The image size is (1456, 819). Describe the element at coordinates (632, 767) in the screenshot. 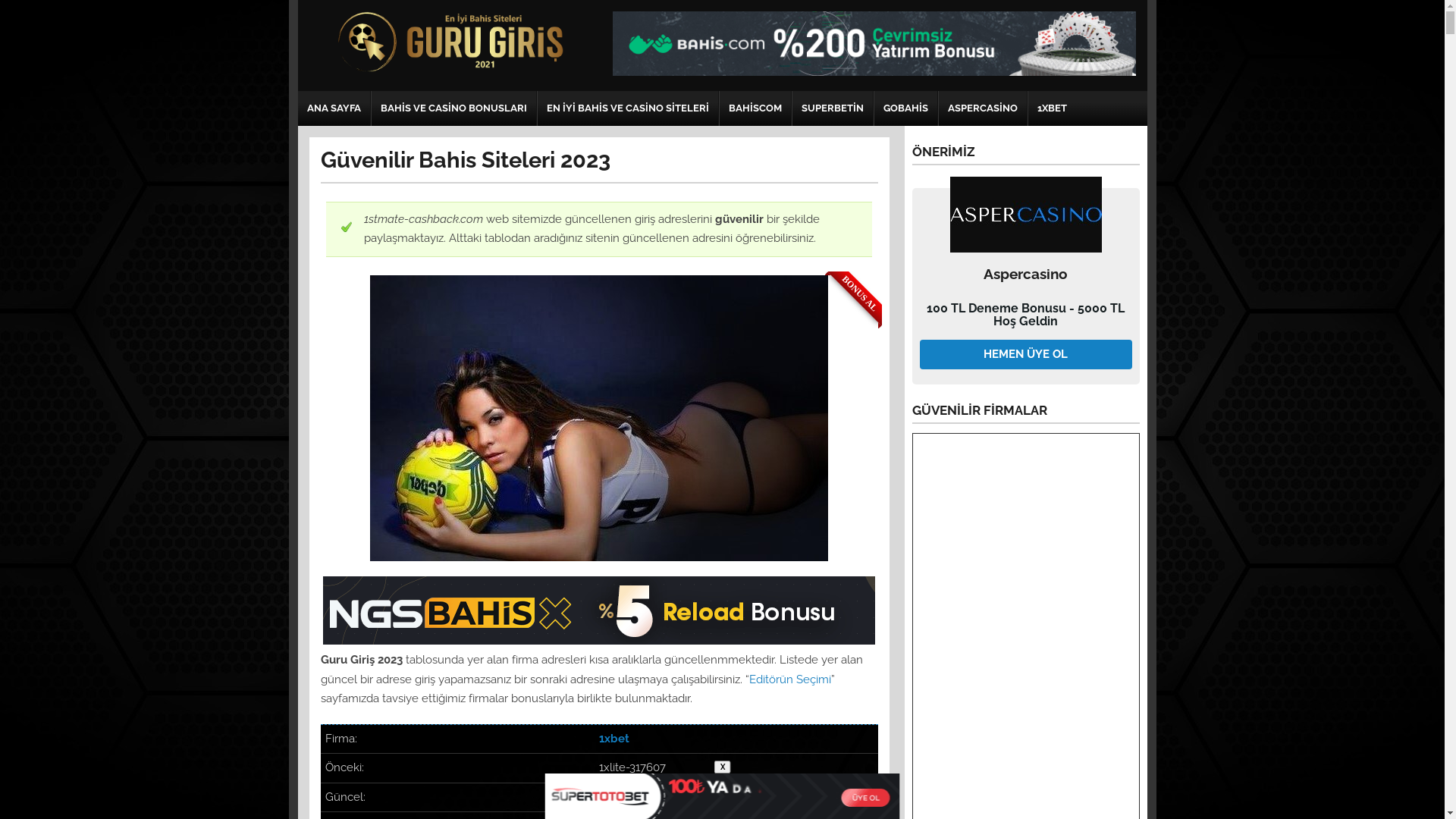

I see `'1xlite-317607'` at that location.